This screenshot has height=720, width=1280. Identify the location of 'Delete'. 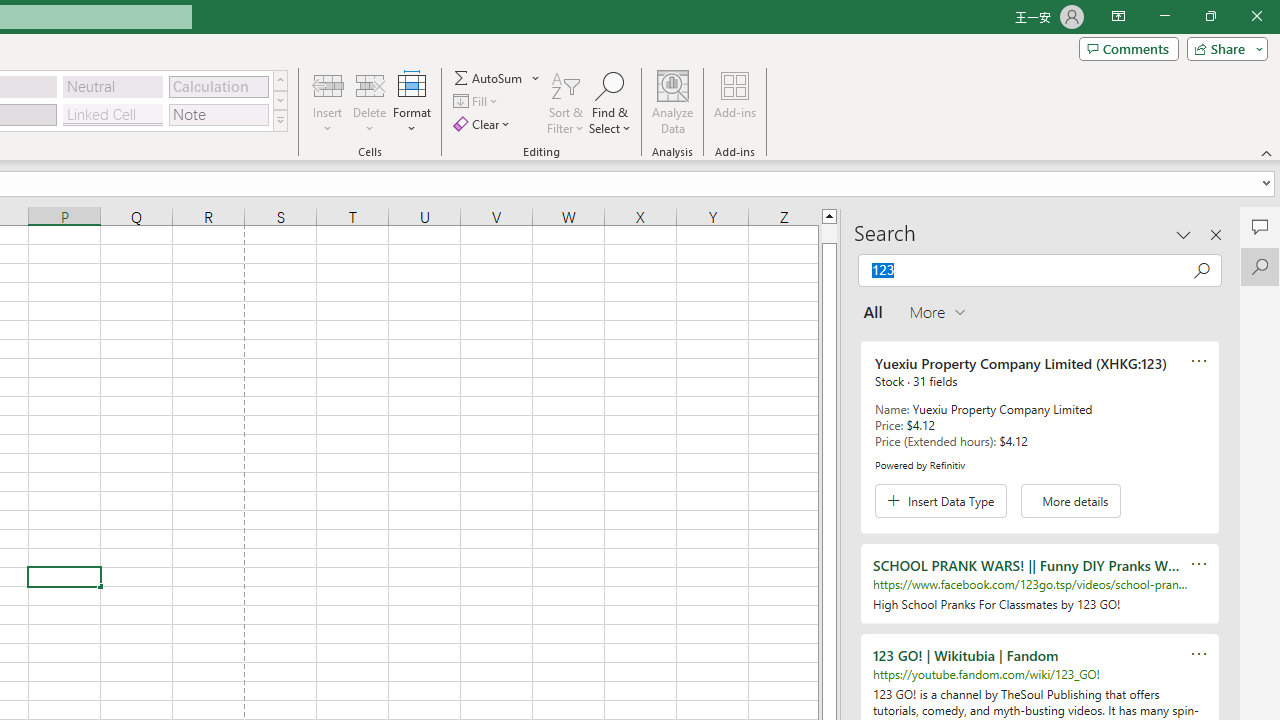
(369, 103).